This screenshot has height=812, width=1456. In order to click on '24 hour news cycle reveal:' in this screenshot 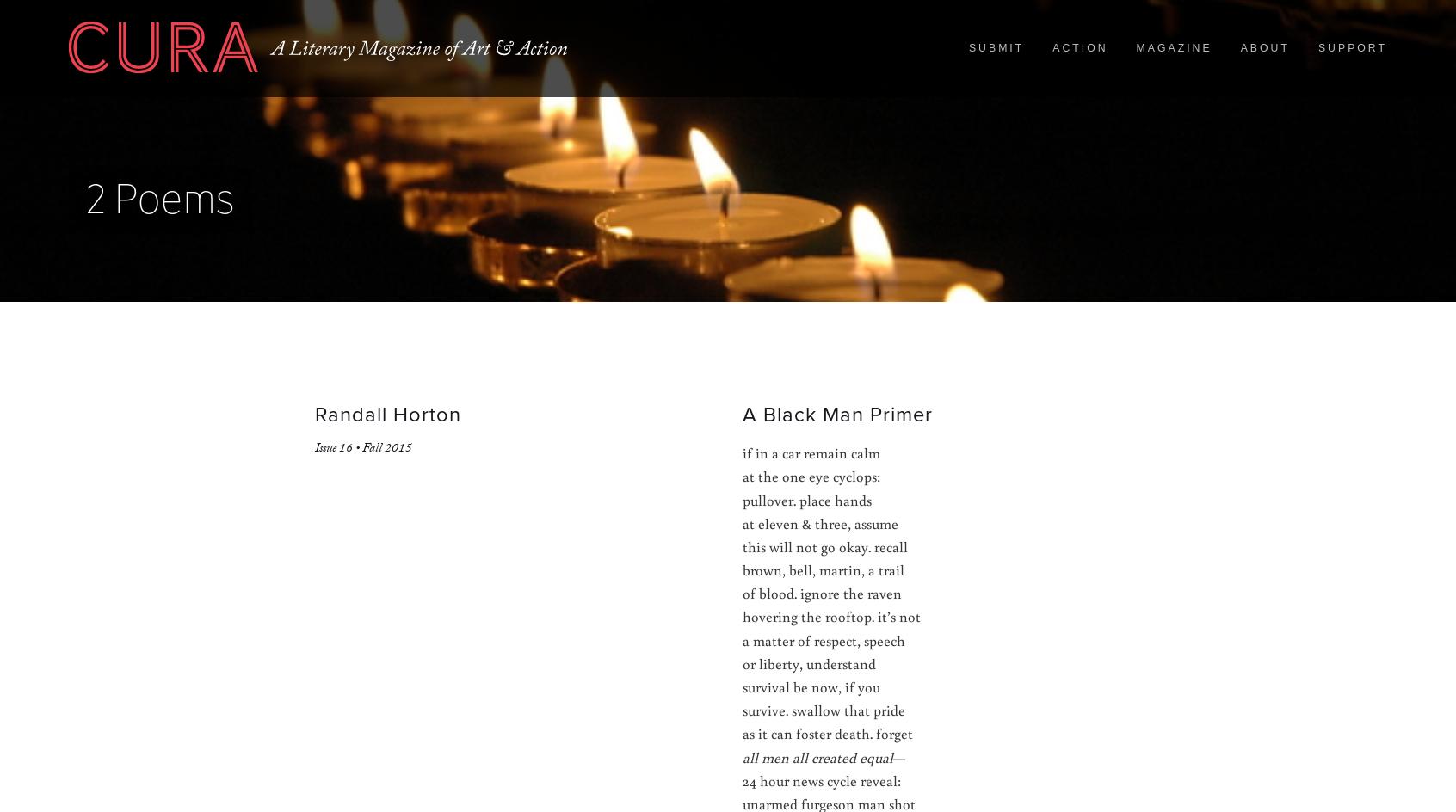, I will do `click(821, 778)`.